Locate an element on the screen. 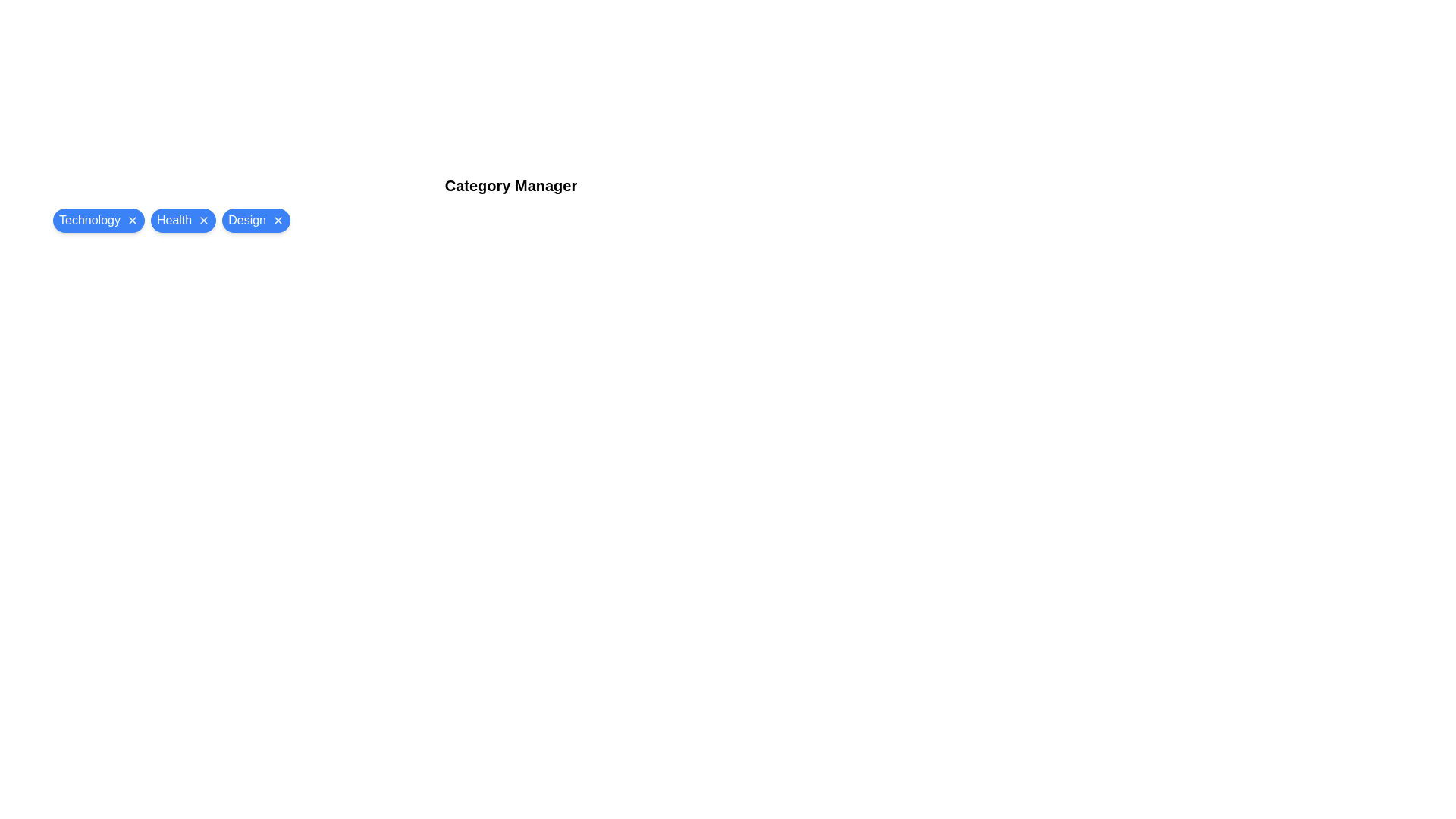  close button on the chip labeled Design is located at coordinates (278, 220).